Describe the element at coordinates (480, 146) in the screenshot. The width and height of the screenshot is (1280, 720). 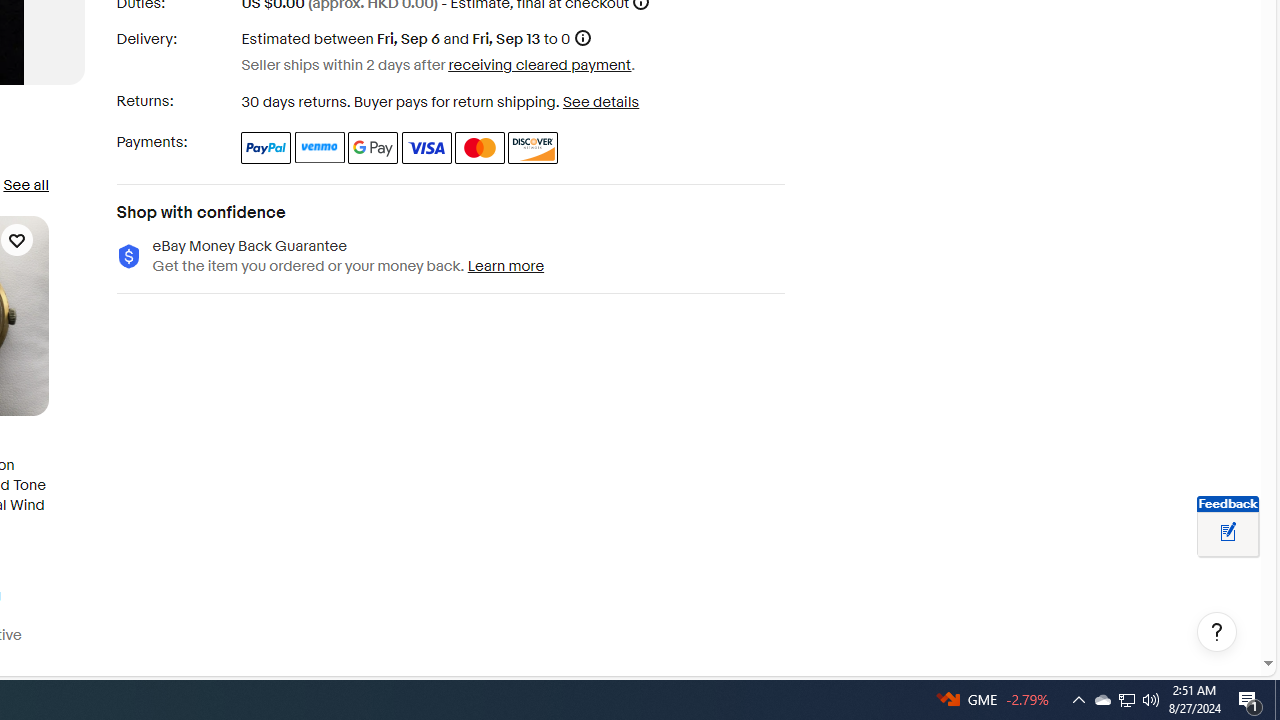
I see `'Master Card'` at that location.